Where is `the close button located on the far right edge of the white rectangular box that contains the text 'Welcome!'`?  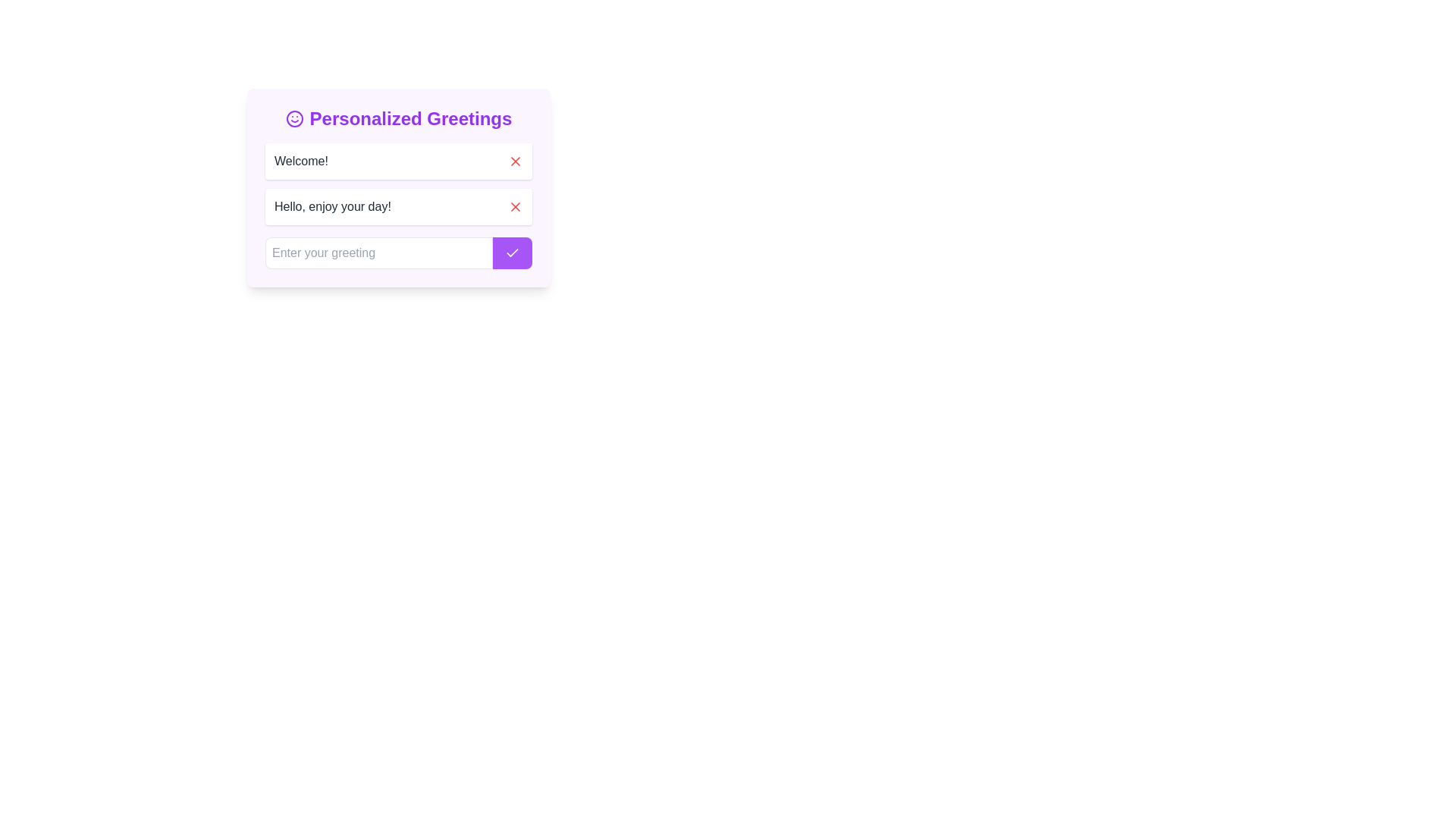
the close button located on the far right edge of the white rectangular box that contains the text 'Welcome!' is located at coordinates (516, 161).